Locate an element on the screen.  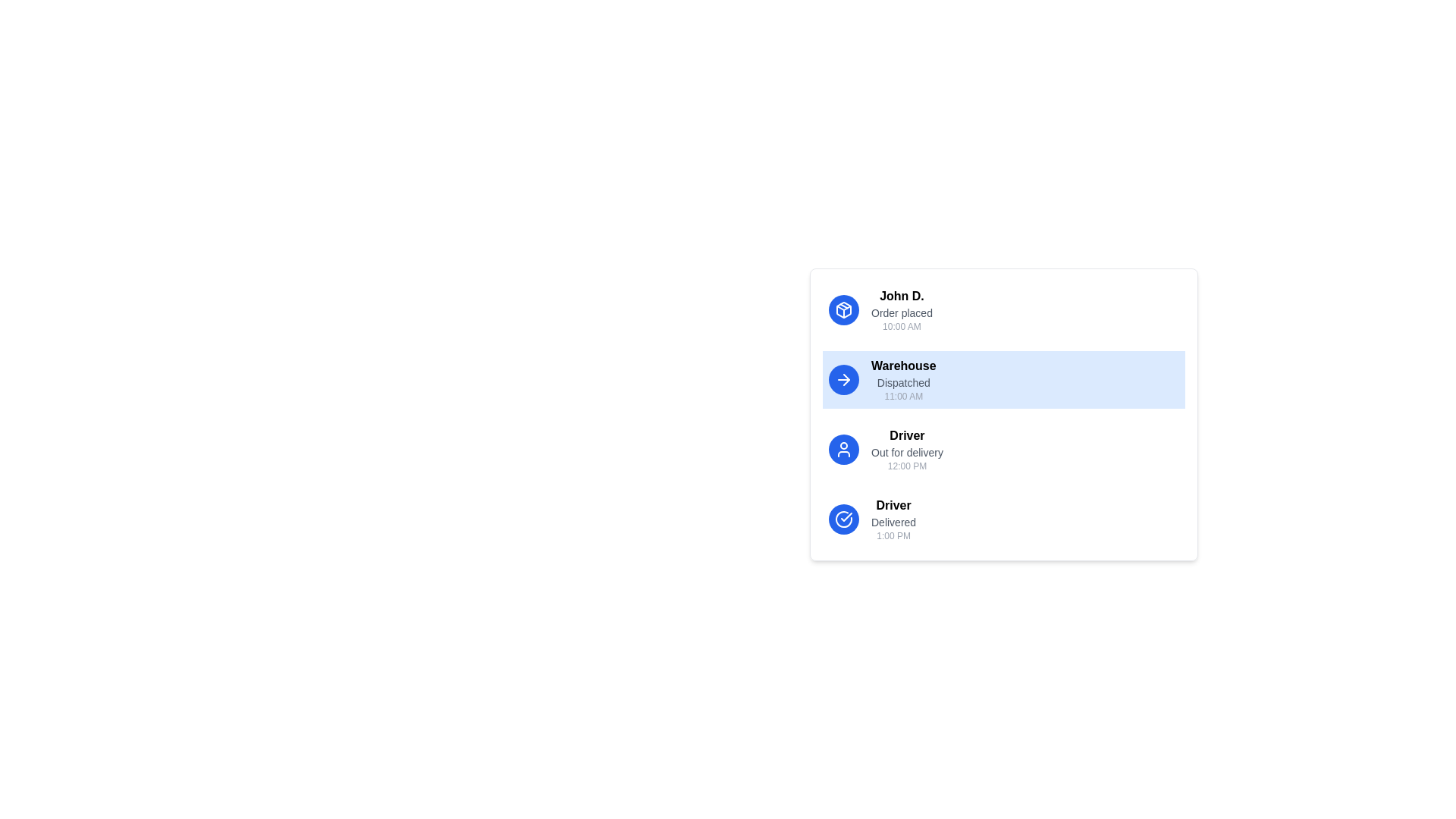
the Text block displaying the status update for 'Warehouse' with status 'Dispatched' is located at coordinates (903, 379).